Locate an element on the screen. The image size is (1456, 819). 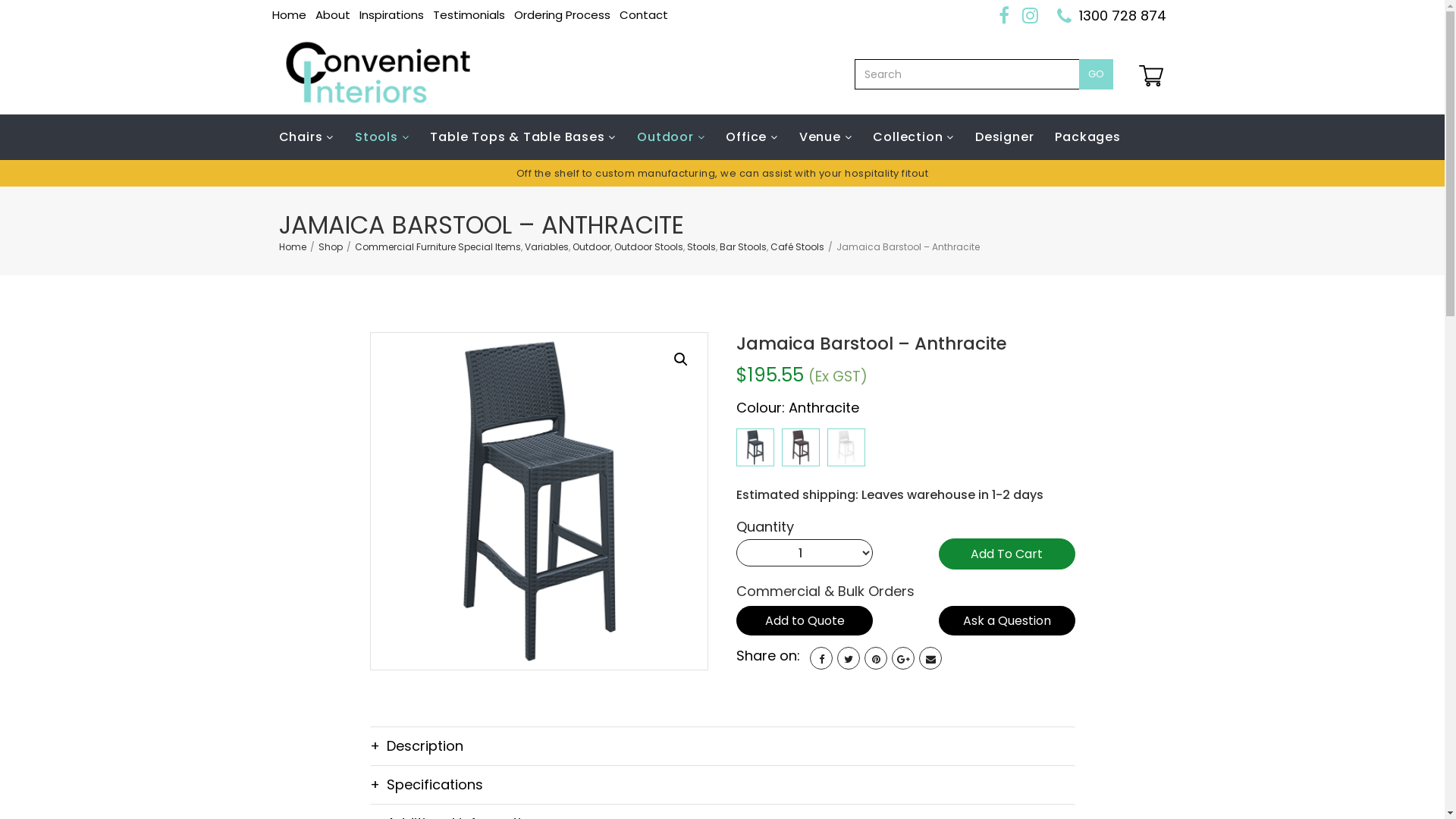
'Inspirations' is located at coordinates (391, 14).